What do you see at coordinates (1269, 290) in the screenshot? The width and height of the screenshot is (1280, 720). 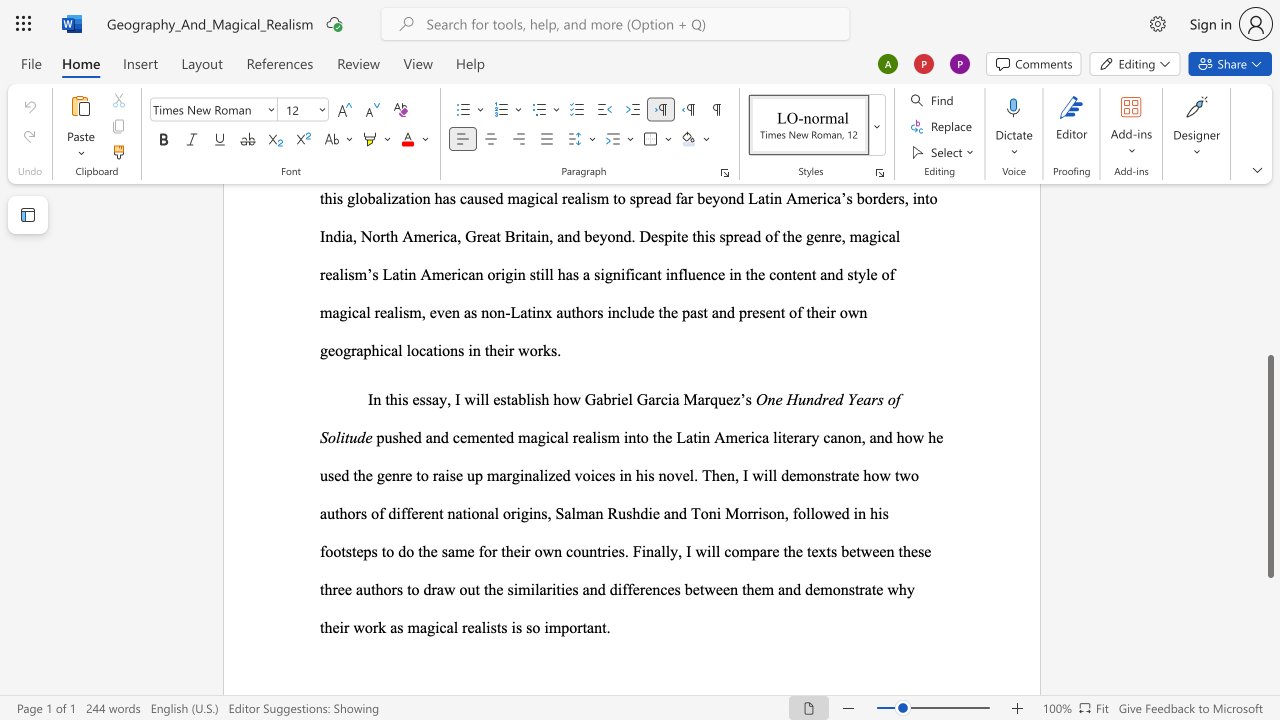 I see `the scrollbar on the right` at bounding box center [1269, 290].